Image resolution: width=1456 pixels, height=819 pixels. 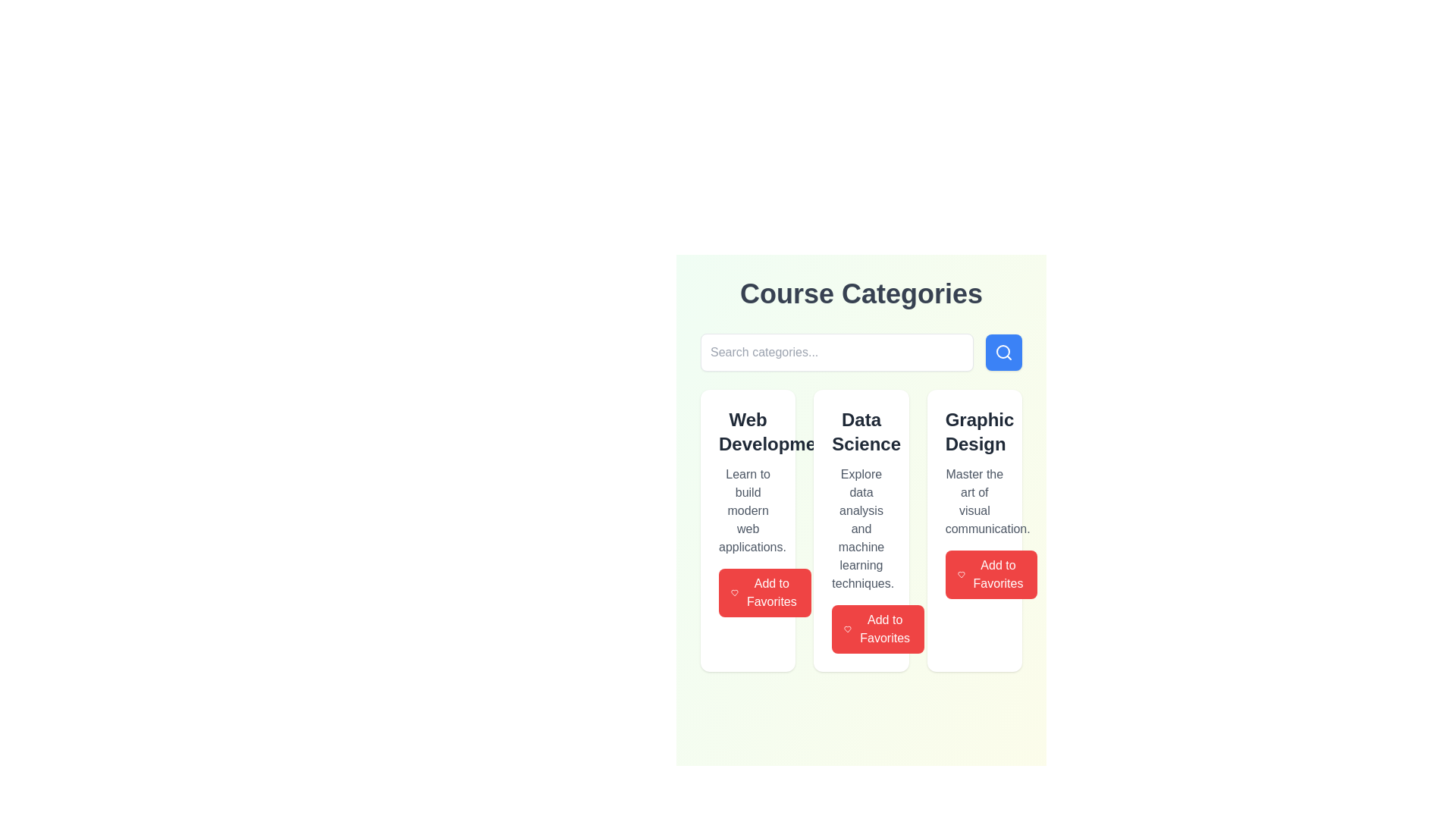 What do you see at coordinates (1004, 353) in the screenshot?
I see `the blue rectangular button with rounded corners, which has a white search icon (magnifying glass) centered within it, to initiate a search` at bounding box center [1004, 353].